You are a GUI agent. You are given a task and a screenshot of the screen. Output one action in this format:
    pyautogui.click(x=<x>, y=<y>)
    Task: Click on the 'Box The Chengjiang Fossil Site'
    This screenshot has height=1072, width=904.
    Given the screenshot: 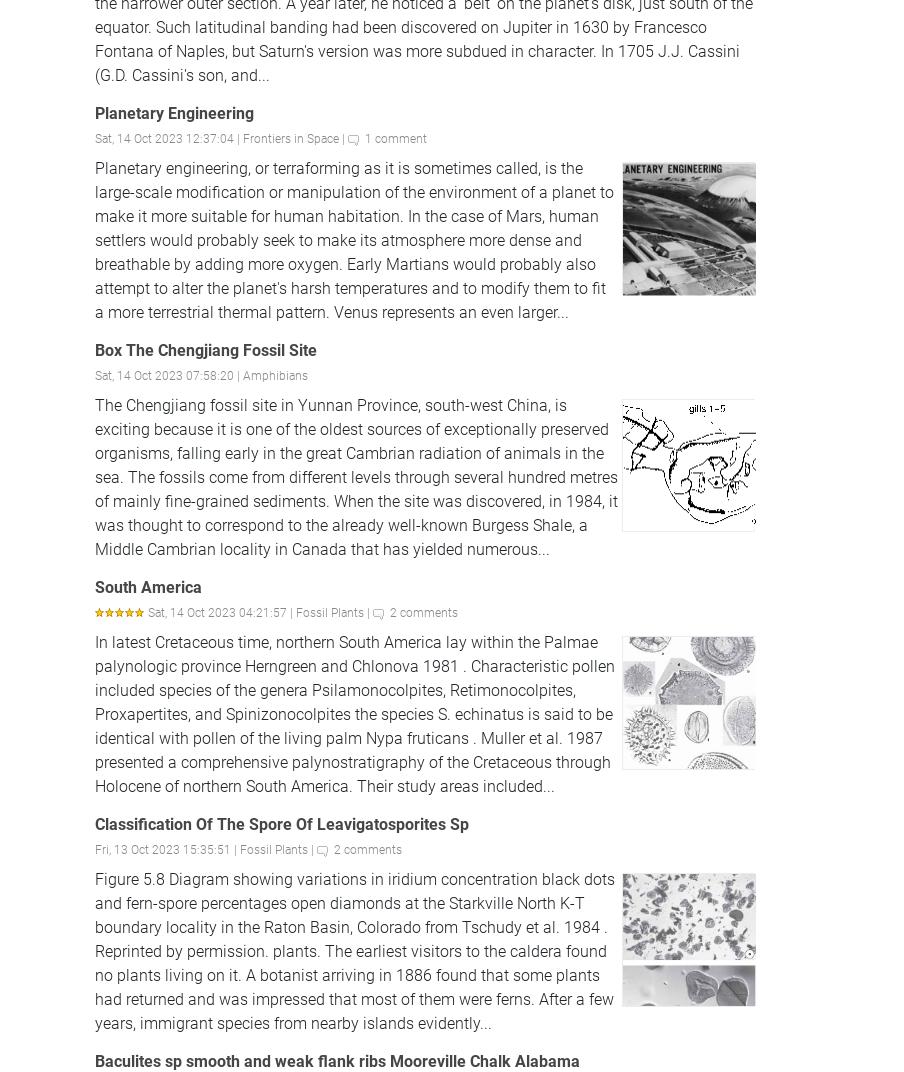 What is the action you would take?
    pyautogui.click(x=95, y=349)
    